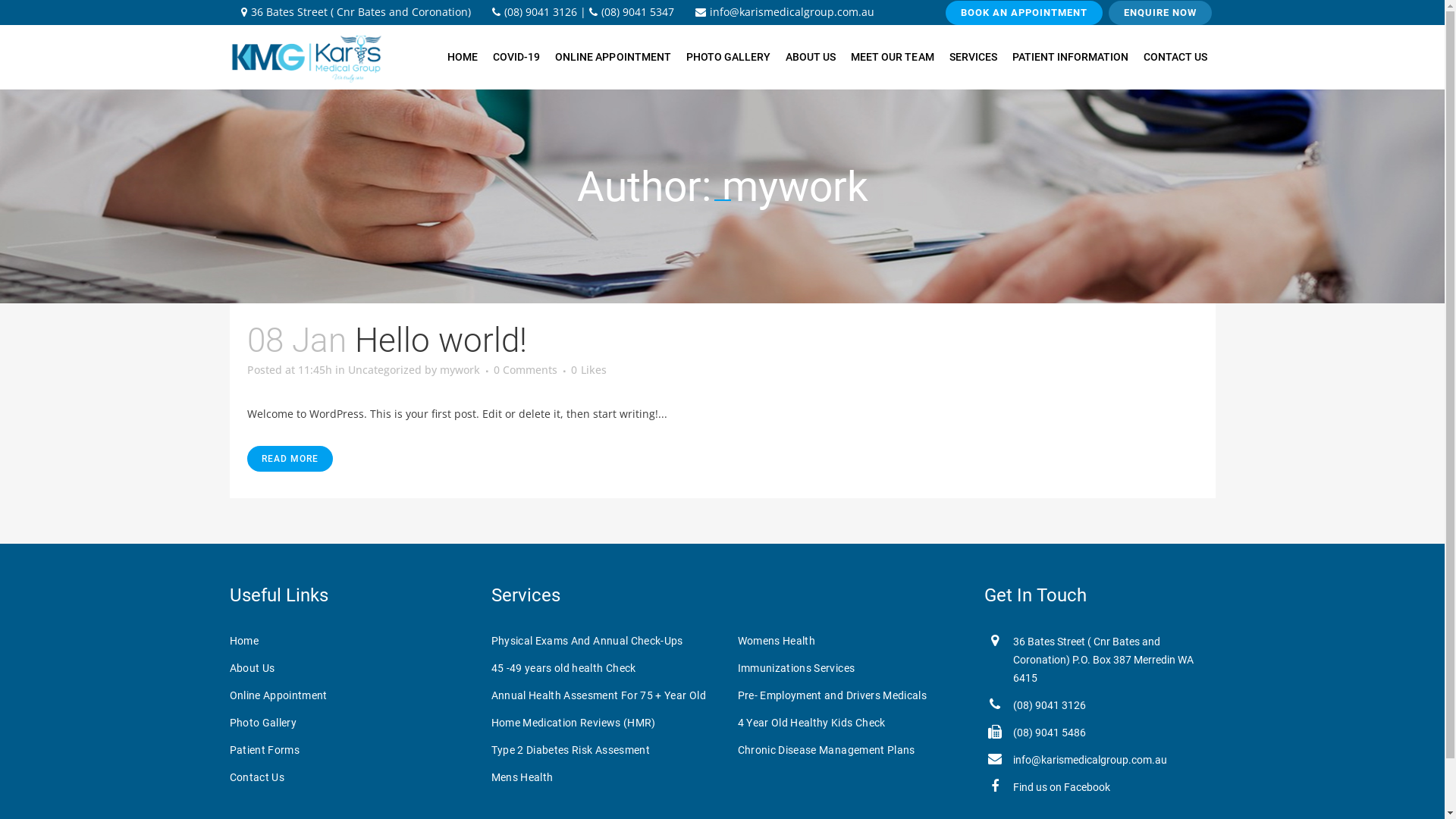 The image size is (1456, 819). What do you see at coordinates (843, 56) in the screenshot?
I see `'MEET OUR TEAM'` at bounding box center [843, 56].